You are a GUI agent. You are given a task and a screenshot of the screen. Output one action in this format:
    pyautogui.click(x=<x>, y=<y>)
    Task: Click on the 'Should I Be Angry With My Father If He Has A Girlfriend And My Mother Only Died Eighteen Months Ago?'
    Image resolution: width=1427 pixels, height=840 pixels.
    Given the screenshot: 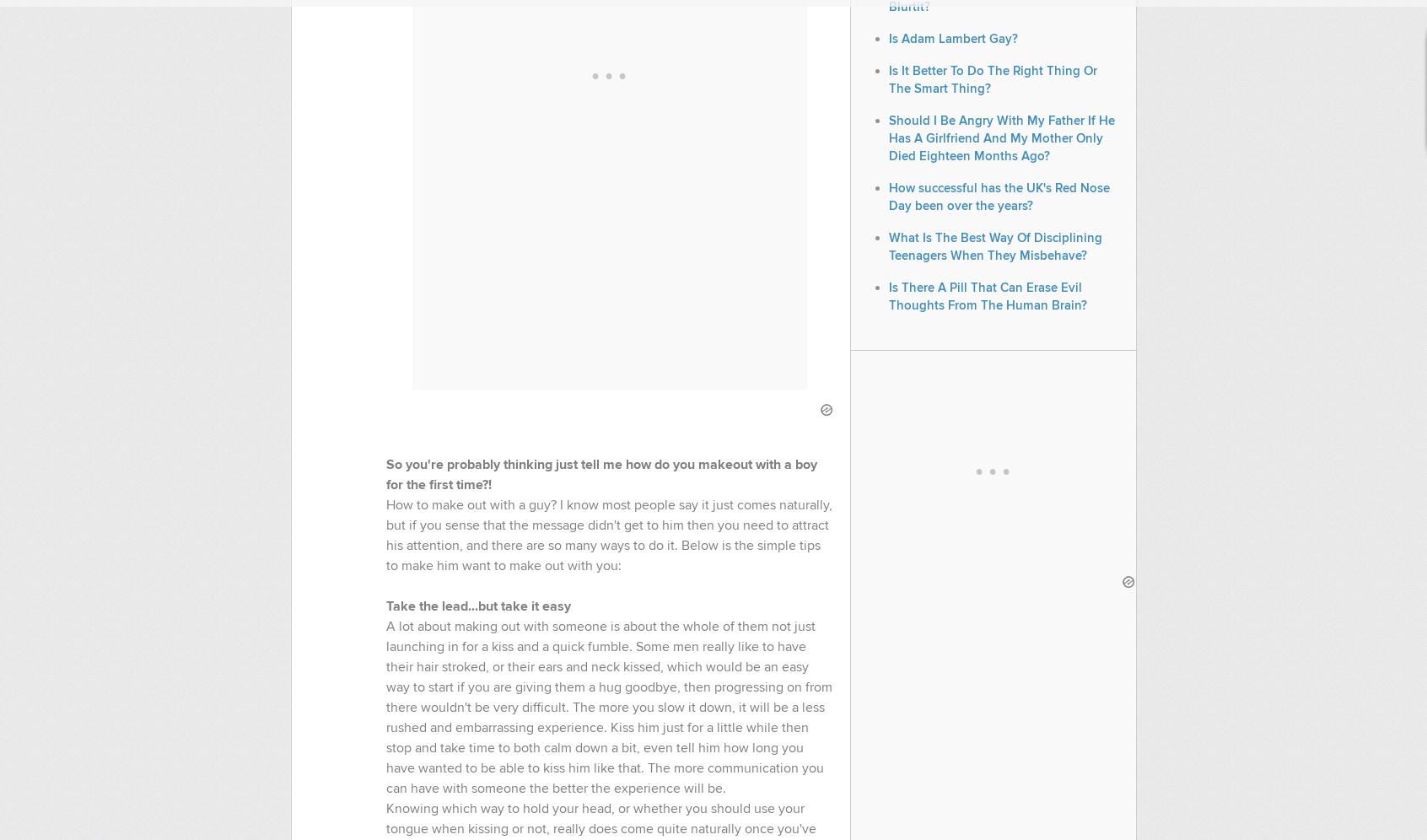 What is the action you would take?
    pyautogui.click(x=999, y=137)
    